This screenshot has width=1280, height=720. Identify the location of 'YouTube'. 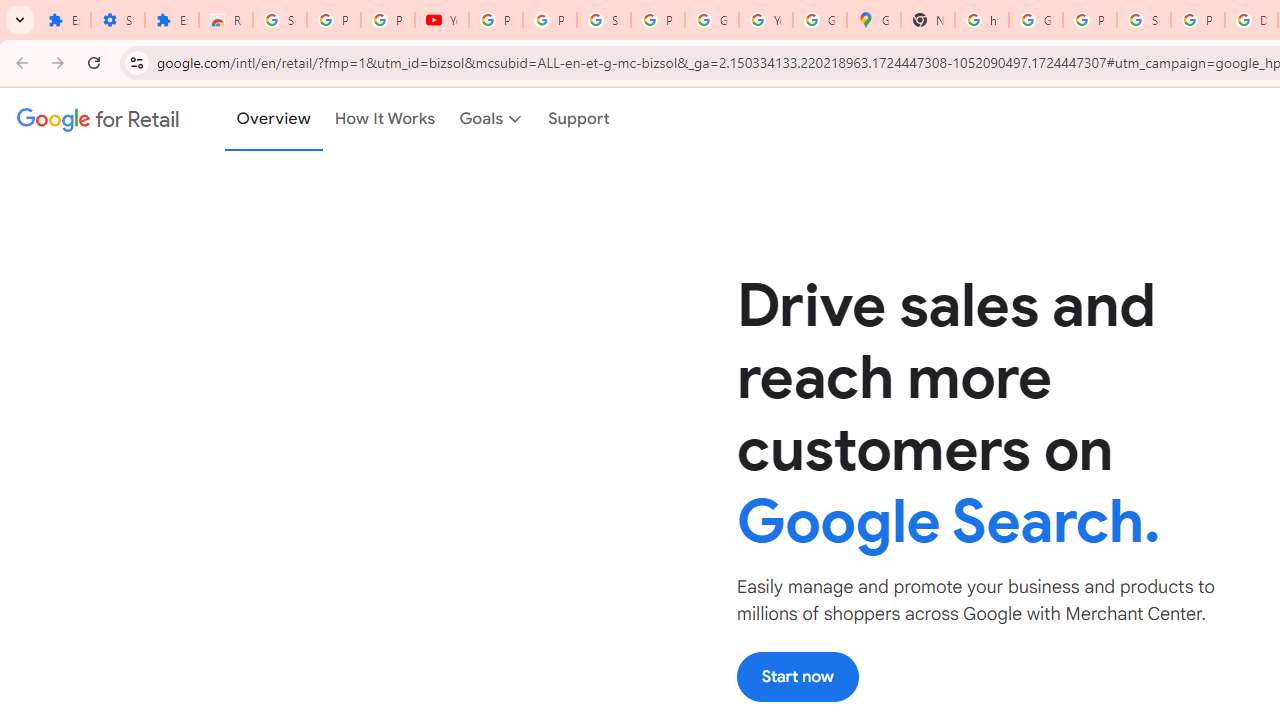
(440, 20).